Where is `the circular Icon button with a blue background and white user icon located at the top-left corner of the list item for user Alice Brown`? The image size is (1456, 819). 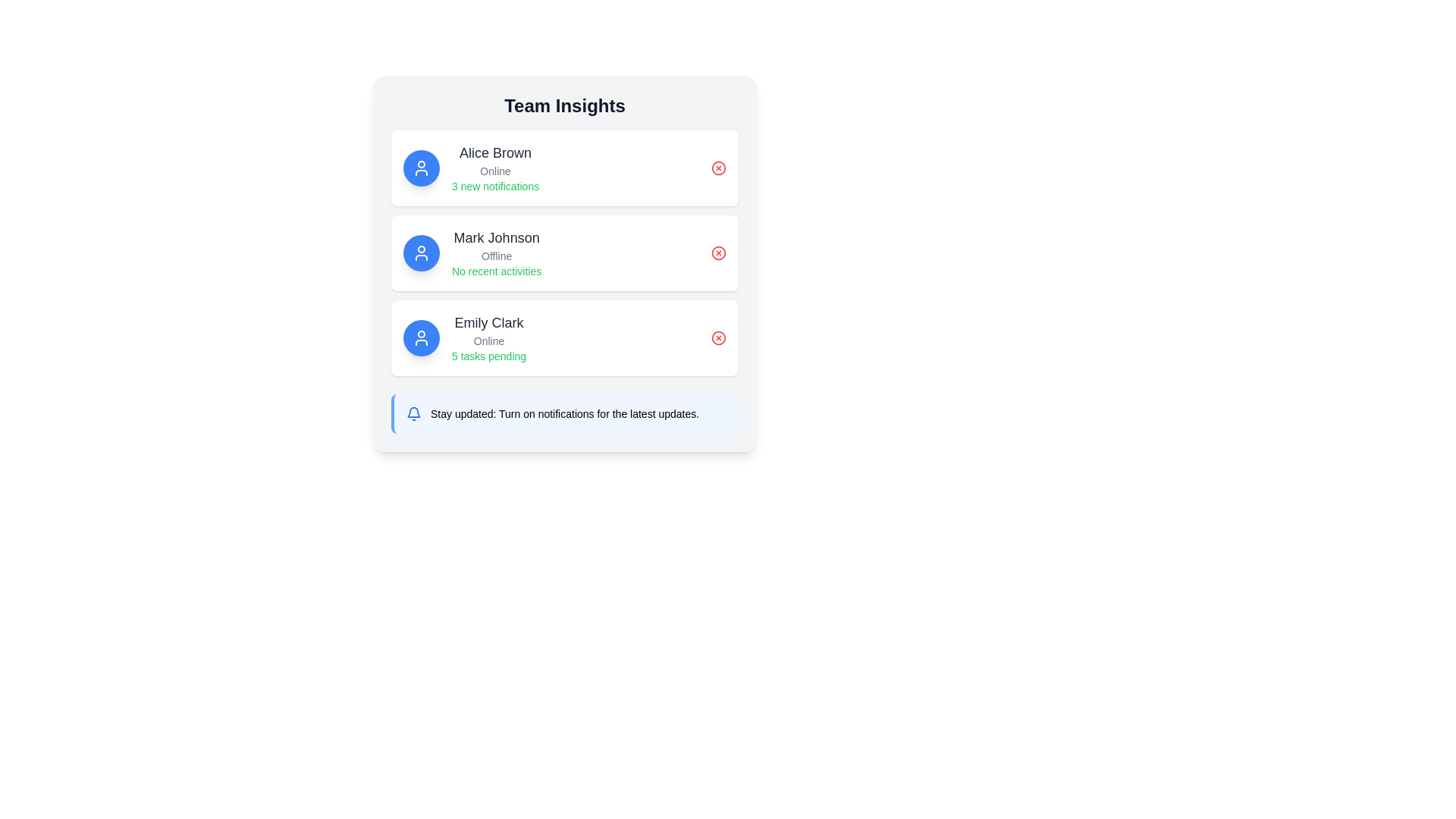
the circular Icon button with a blue background and white user icon located at the top-left corner of the list item for user Alice Brown is located at coordinates (422, 168).